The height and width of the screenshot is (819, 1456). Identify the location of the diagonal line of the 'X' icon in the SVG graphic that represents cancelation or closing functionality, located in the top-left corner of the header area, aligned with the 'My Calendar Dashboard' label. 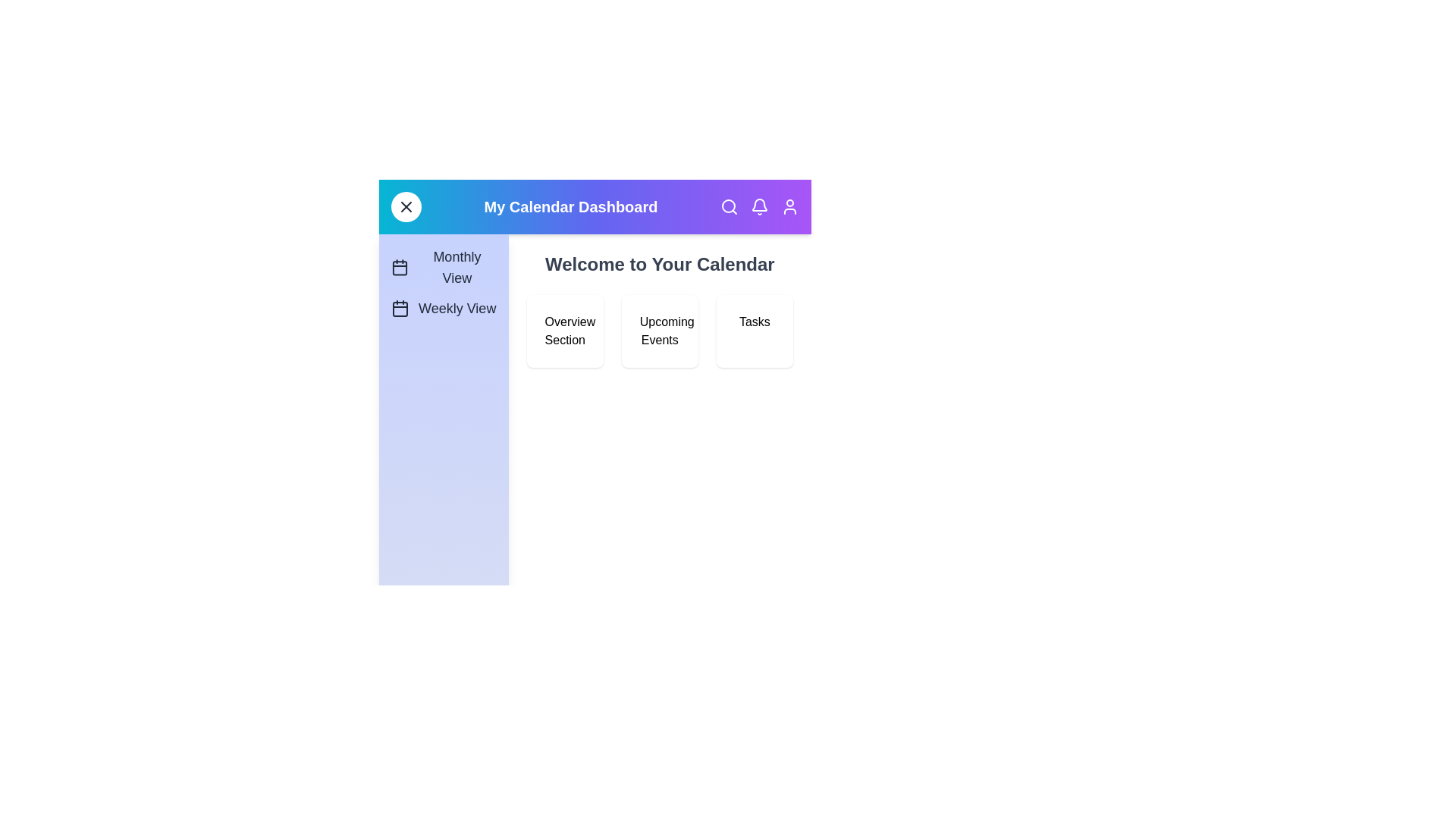
(406, 207).